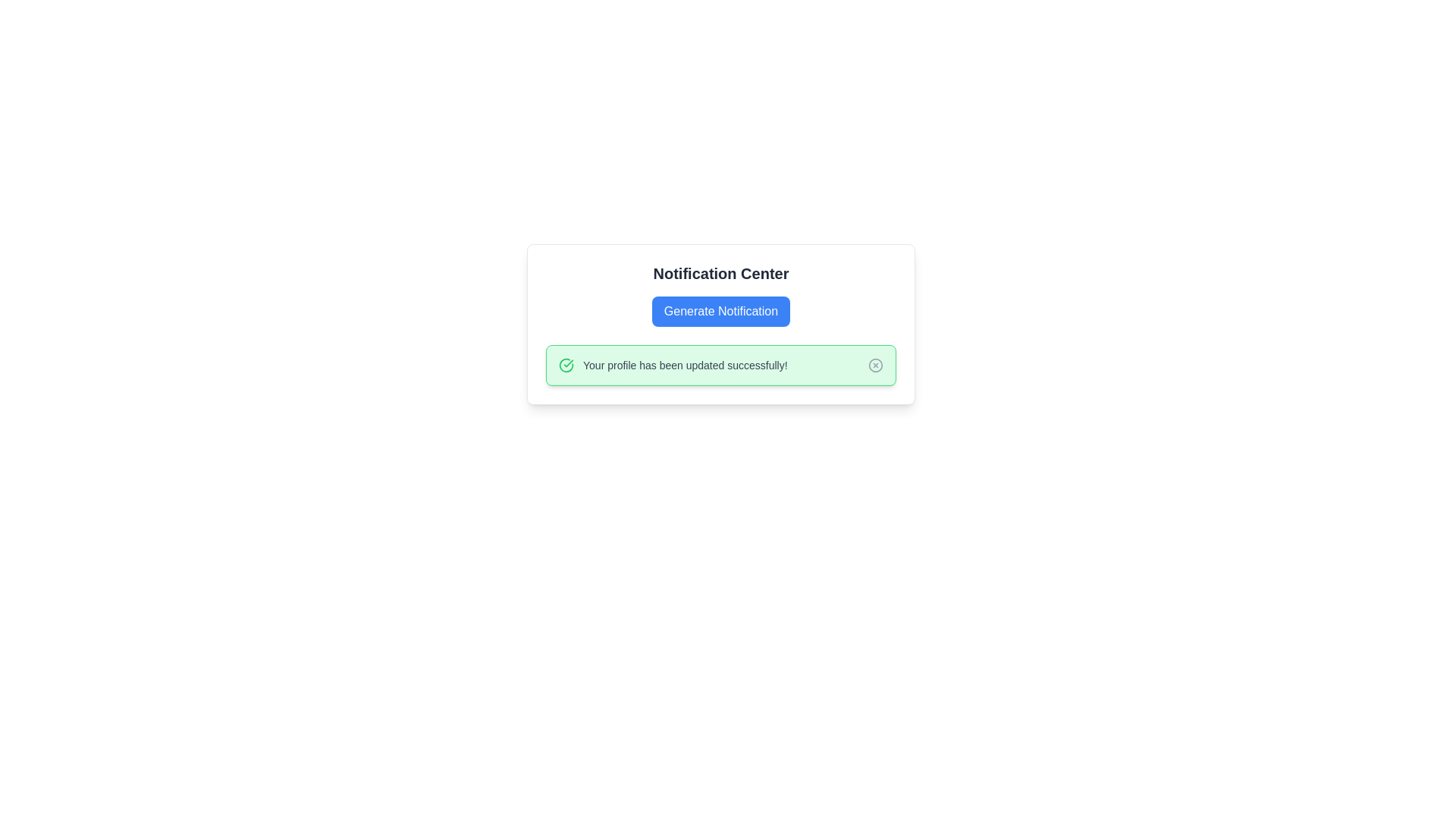  What do you see at coordinates (720, 366) in the screenshot?
I see `notification text from the Notification Bar, which has a vibrant green background and contains the message 'Your profile has been updated successfully!'` at bounding box center [720, 366].